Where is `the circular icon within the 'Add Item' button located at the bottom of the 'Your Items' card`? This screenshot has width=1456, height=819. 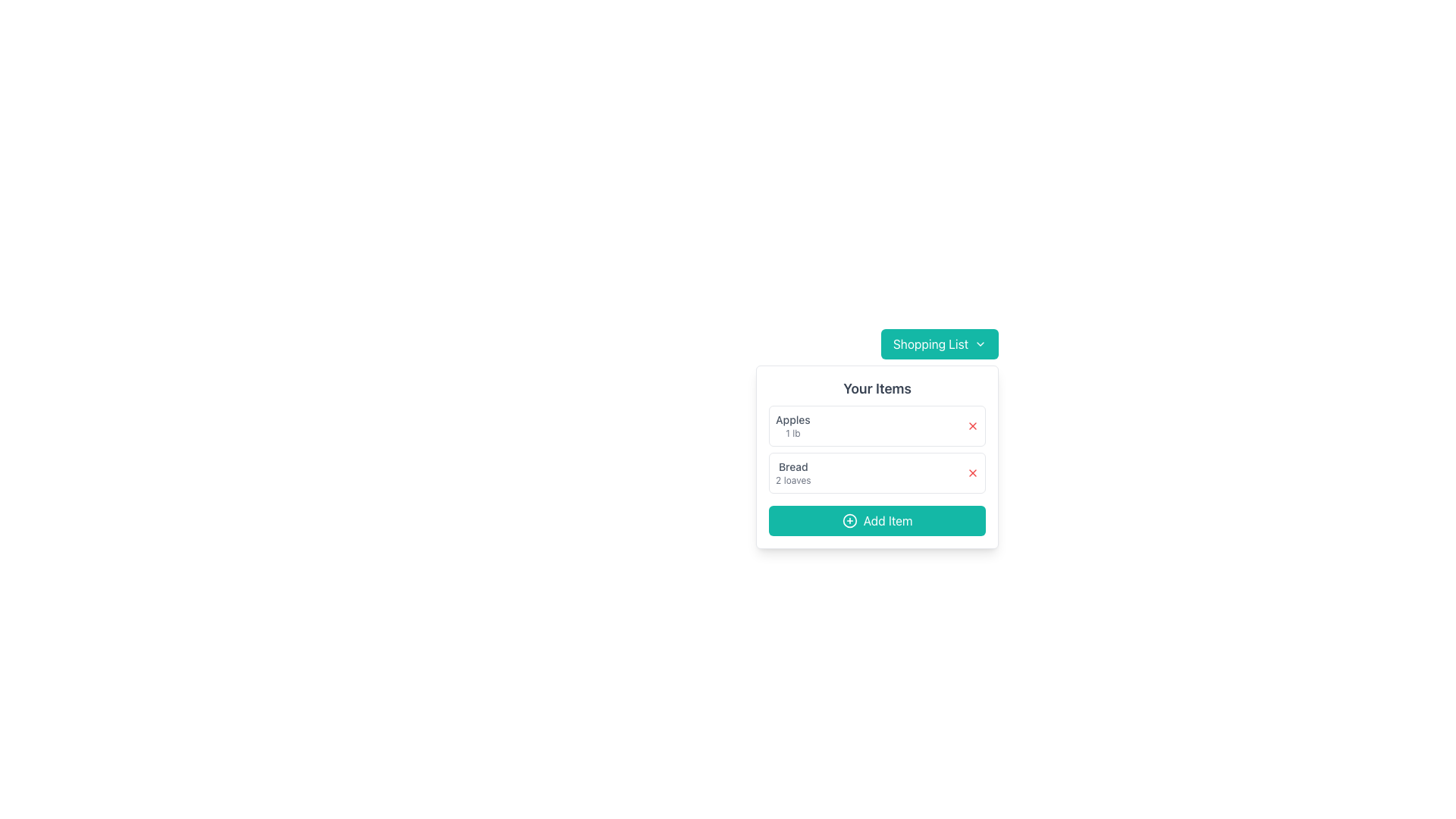 the circular icon within the 'Add Item' button located at the bottom of the 'Your Items' card is located at coordinates (849, 519).